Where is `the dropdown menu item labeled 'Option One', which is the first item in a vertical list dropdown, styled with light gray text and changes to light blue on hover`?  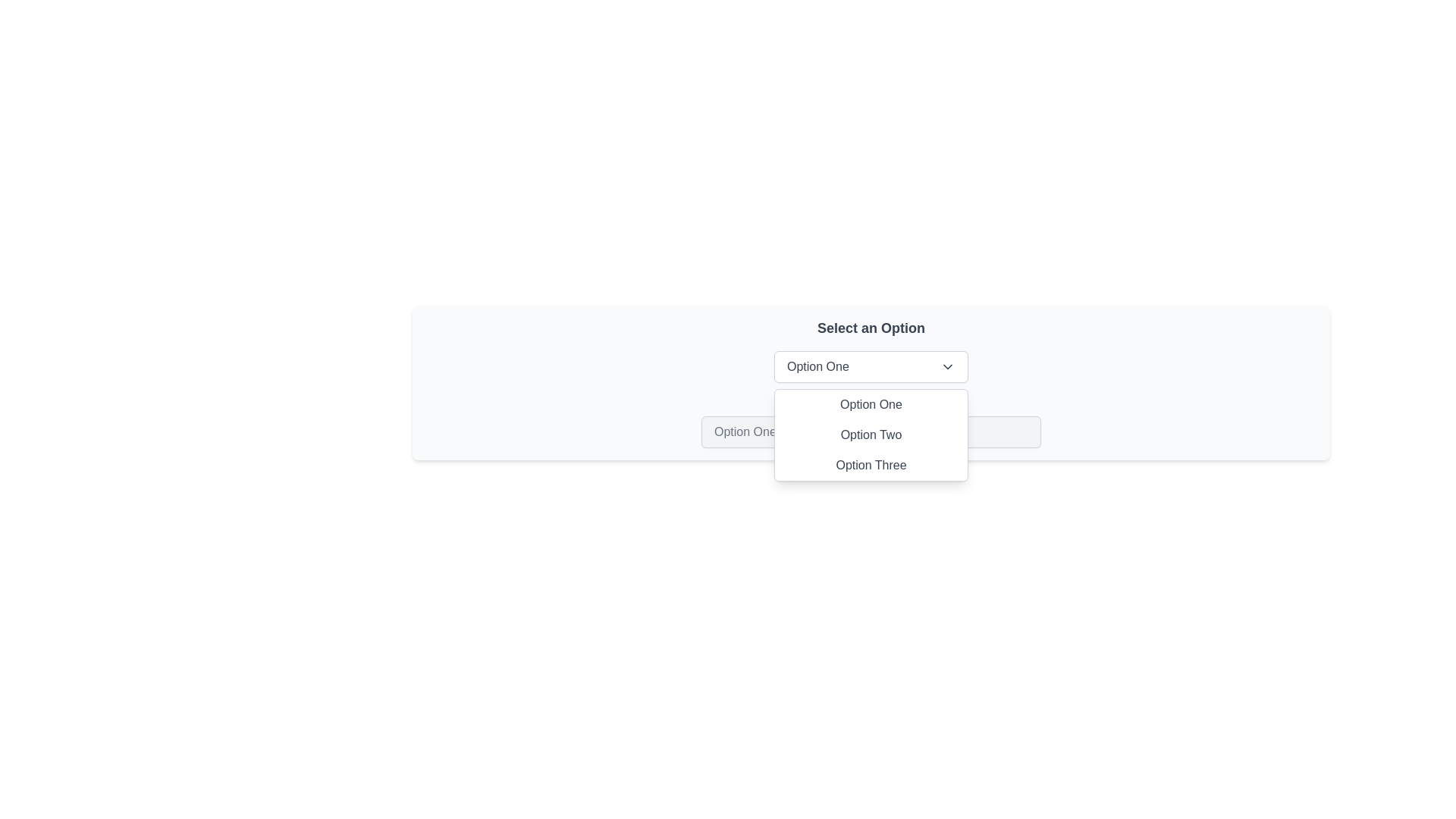 the dropdown menu item labeled 'Option One', which is the first item in a vertical list dropdown, styled with light gray text and changes to light blue on hover is located at coordinates (871, 403).